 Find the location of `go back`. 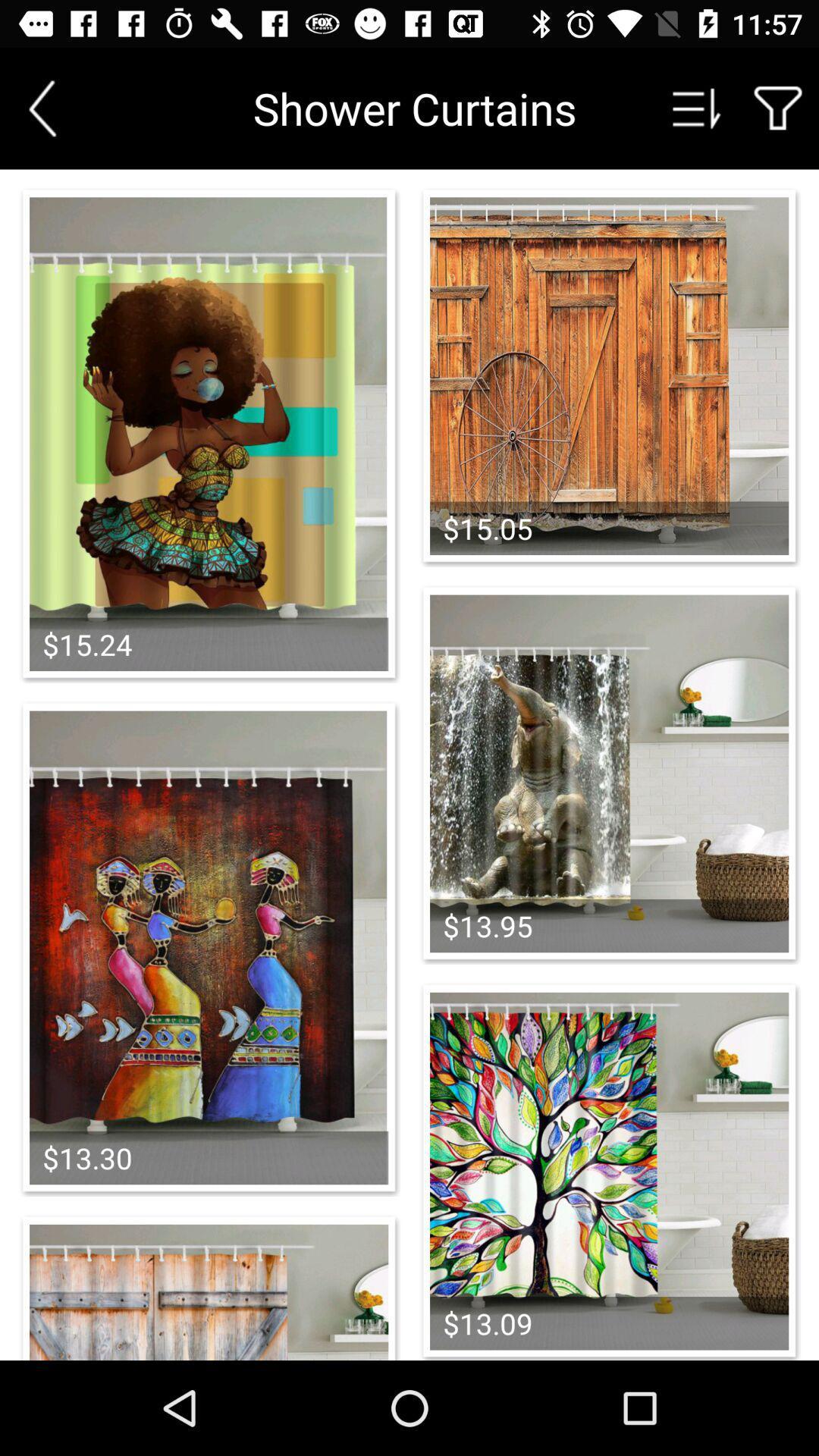

go back is located at coordinates (42, 108).